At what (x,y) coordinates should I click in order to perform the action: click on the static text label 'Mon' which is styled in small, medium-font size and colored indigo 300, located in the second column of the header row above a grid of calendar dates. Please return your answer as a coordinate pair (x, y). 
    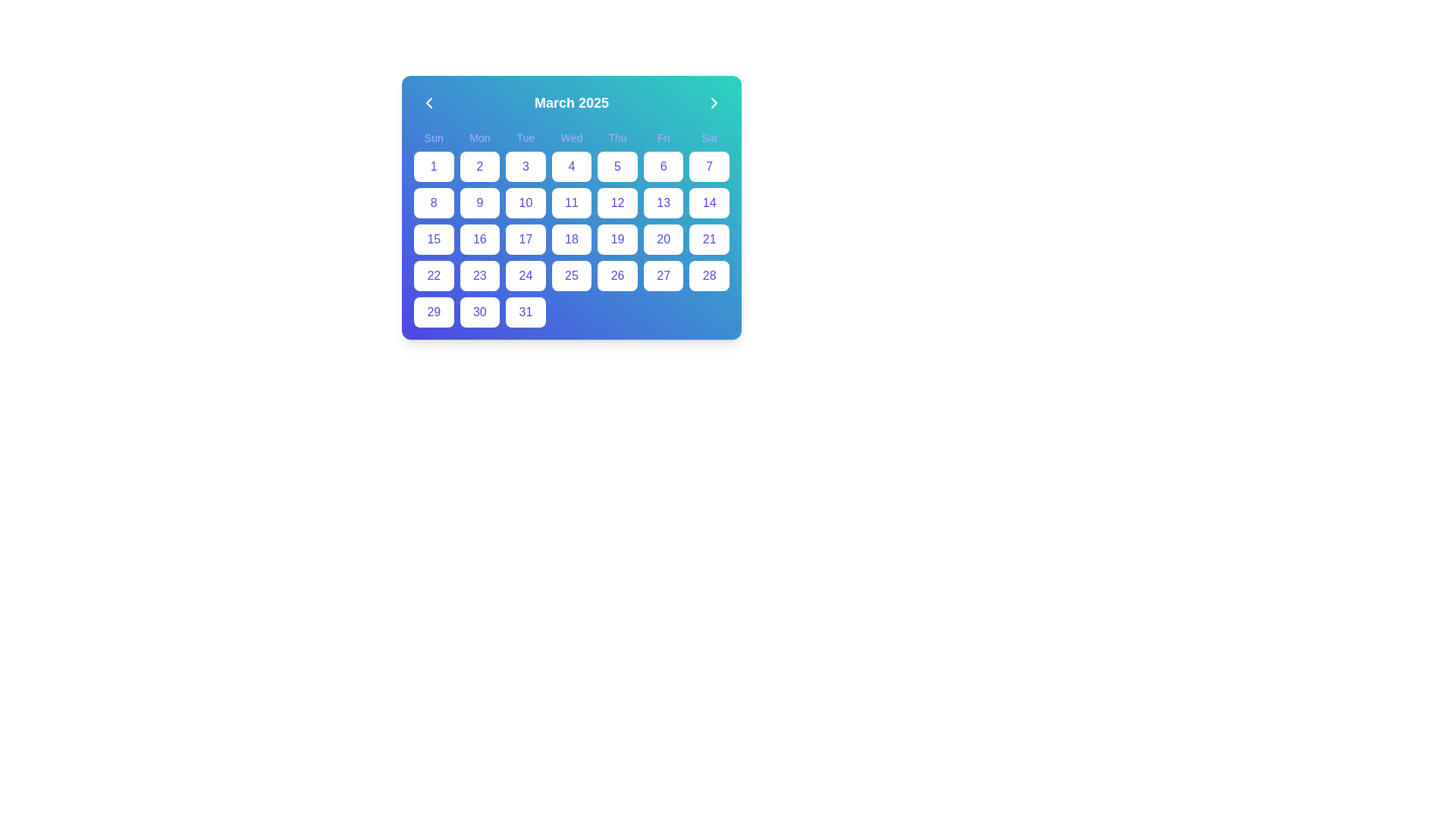
    Looking at the image, I should click on (479, 137).